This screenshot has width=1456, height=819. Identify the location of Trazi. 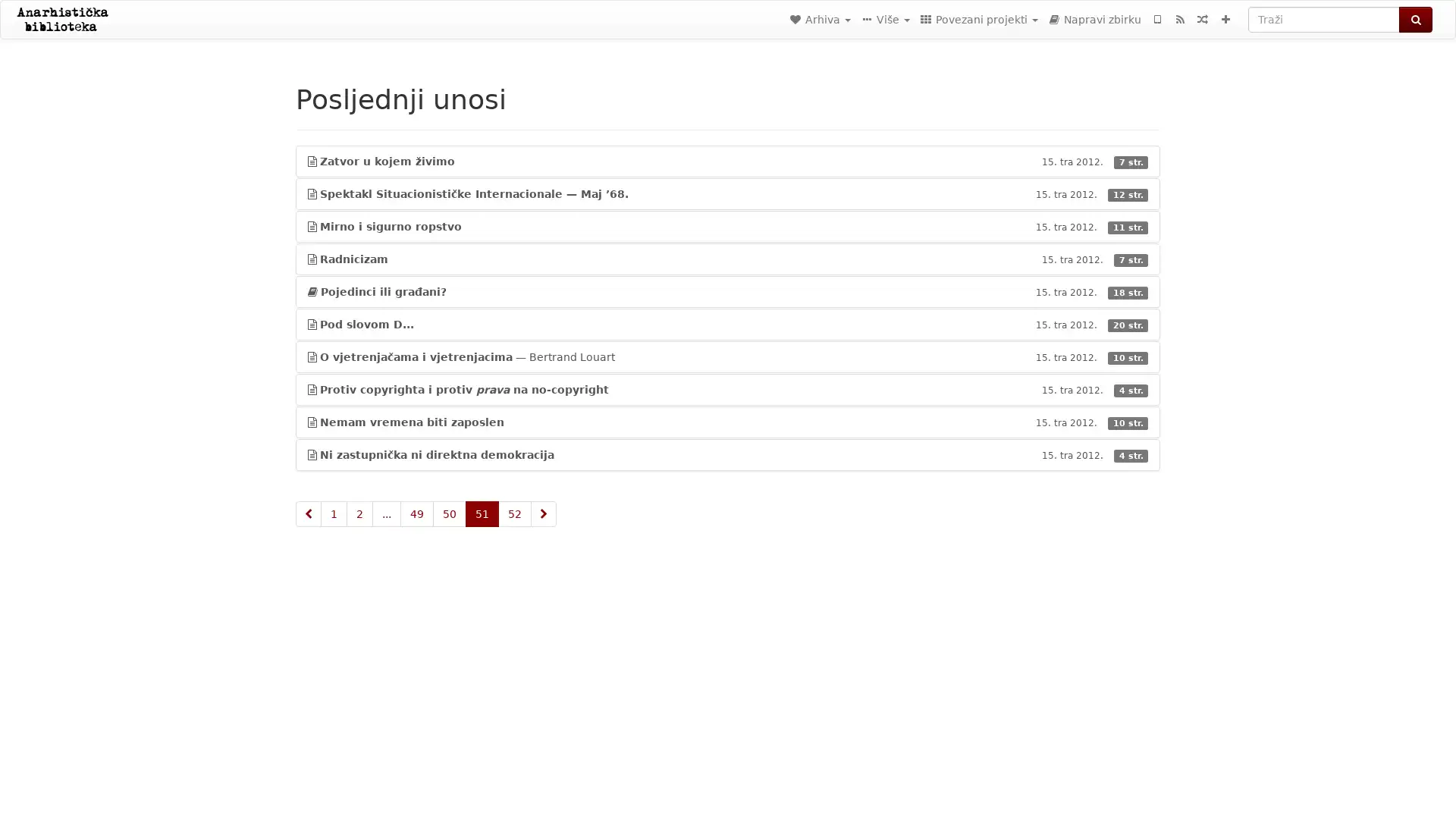
(1415, 20).